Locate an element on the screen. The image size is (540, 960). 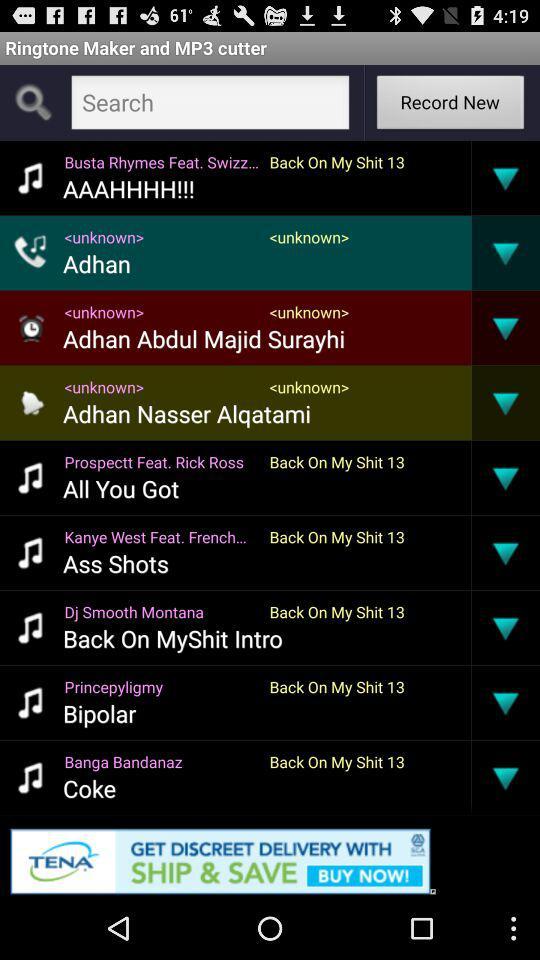
the advertisement is located at coordinates (270, 856).